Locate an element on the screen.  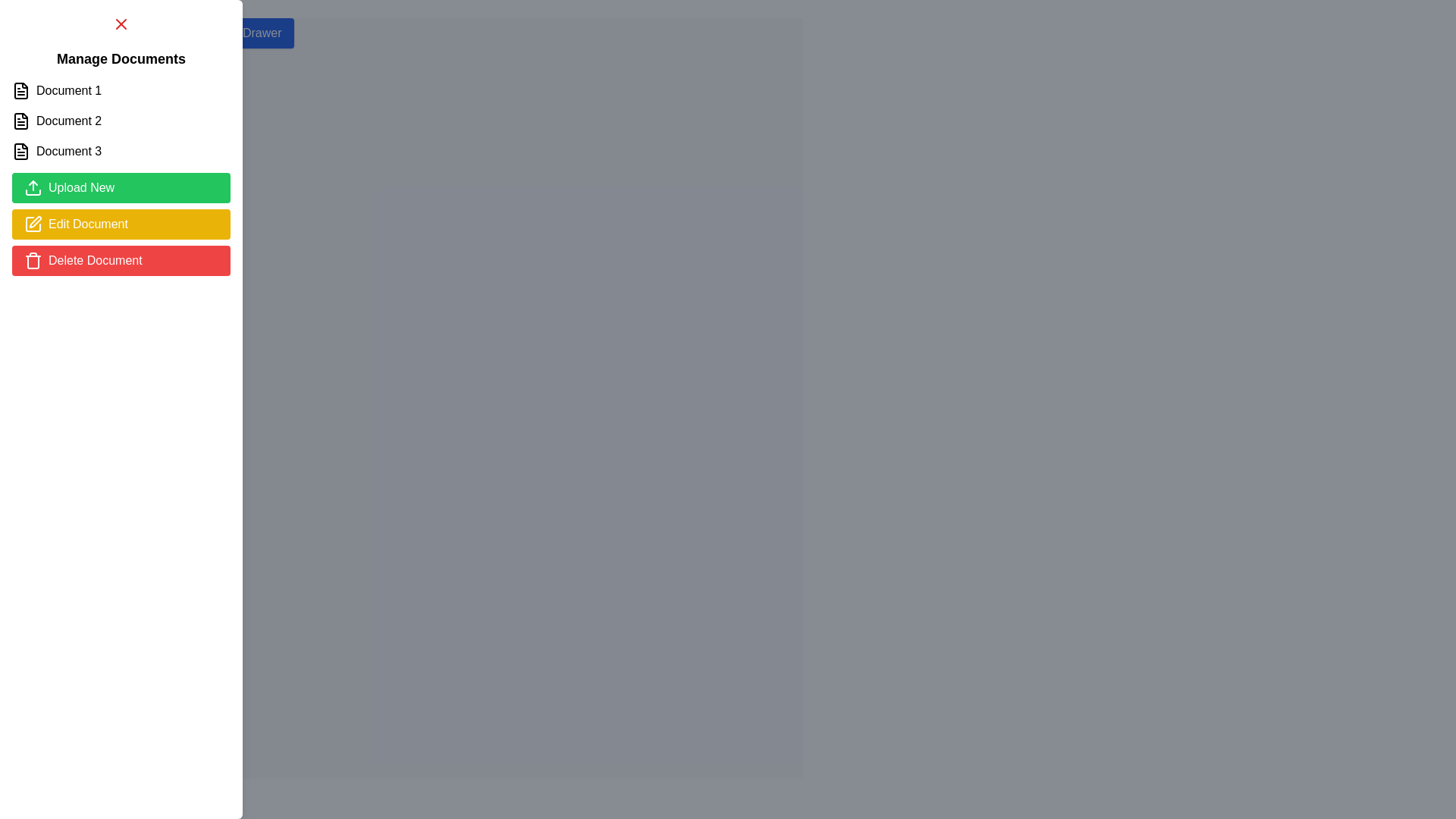
the 'X' icon, which is a diagonal line graphic with a black stroke is located at coordinates (120, 24).